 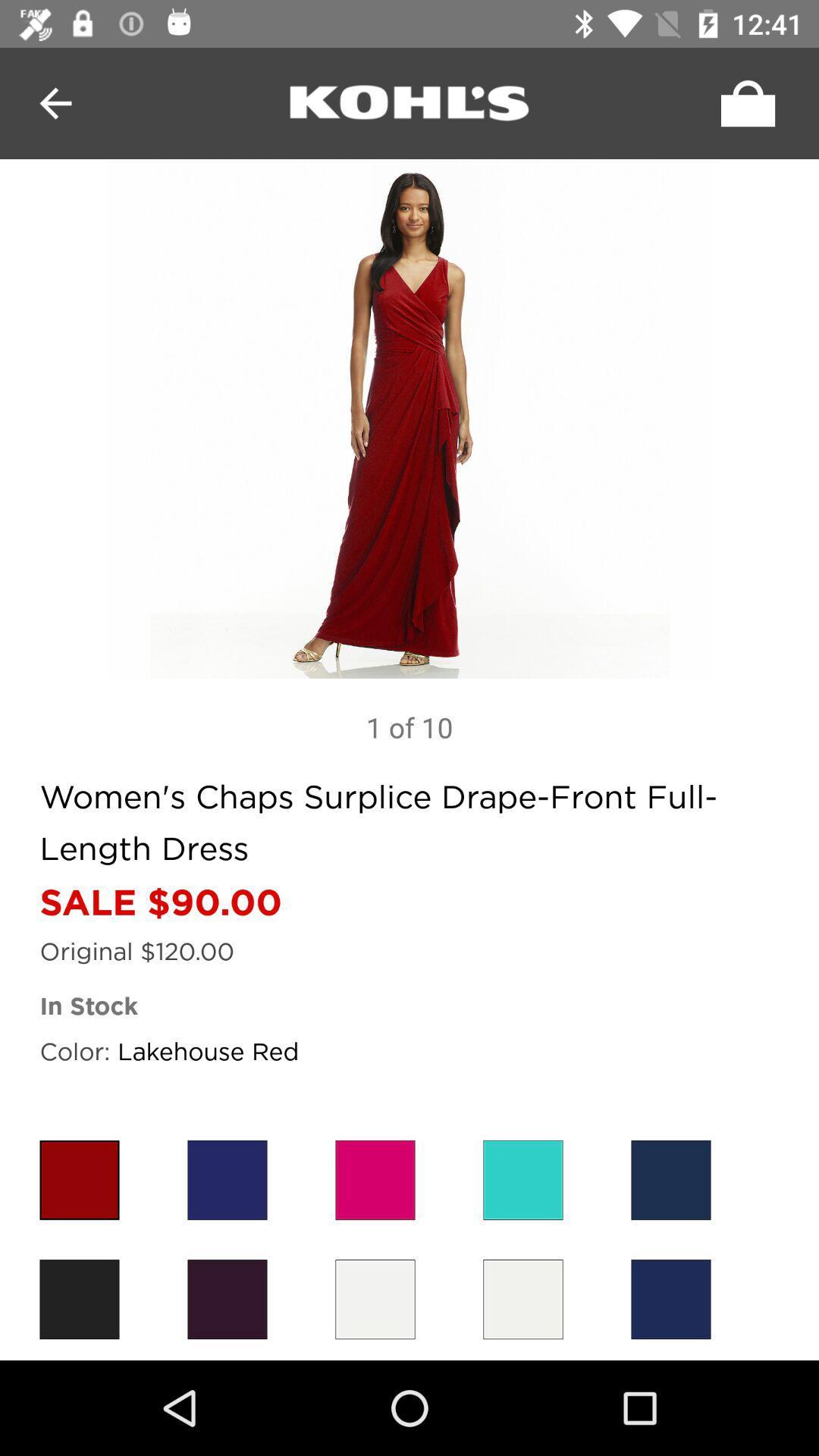 I want to click on first color in first row from right, so click(x=670, y=1179).